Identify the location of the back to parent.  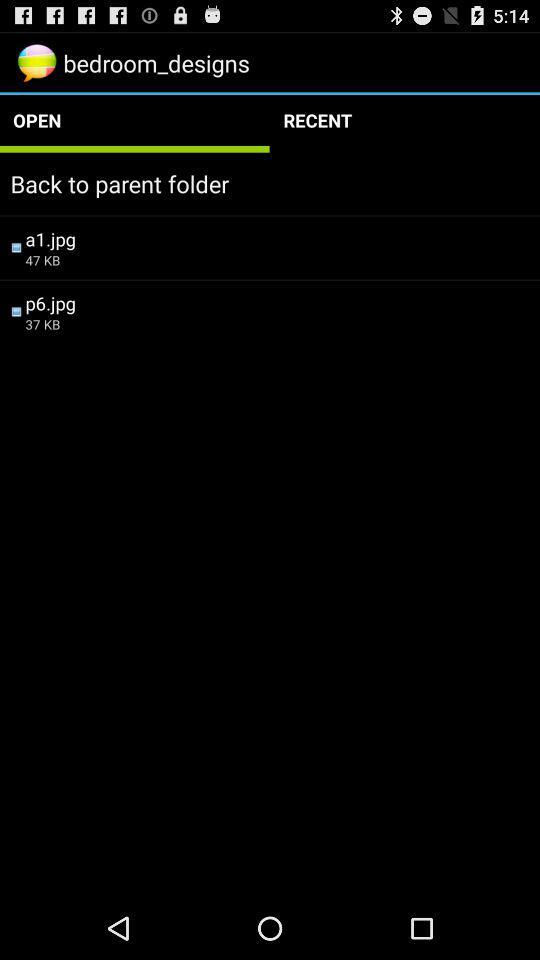
(270, 183).